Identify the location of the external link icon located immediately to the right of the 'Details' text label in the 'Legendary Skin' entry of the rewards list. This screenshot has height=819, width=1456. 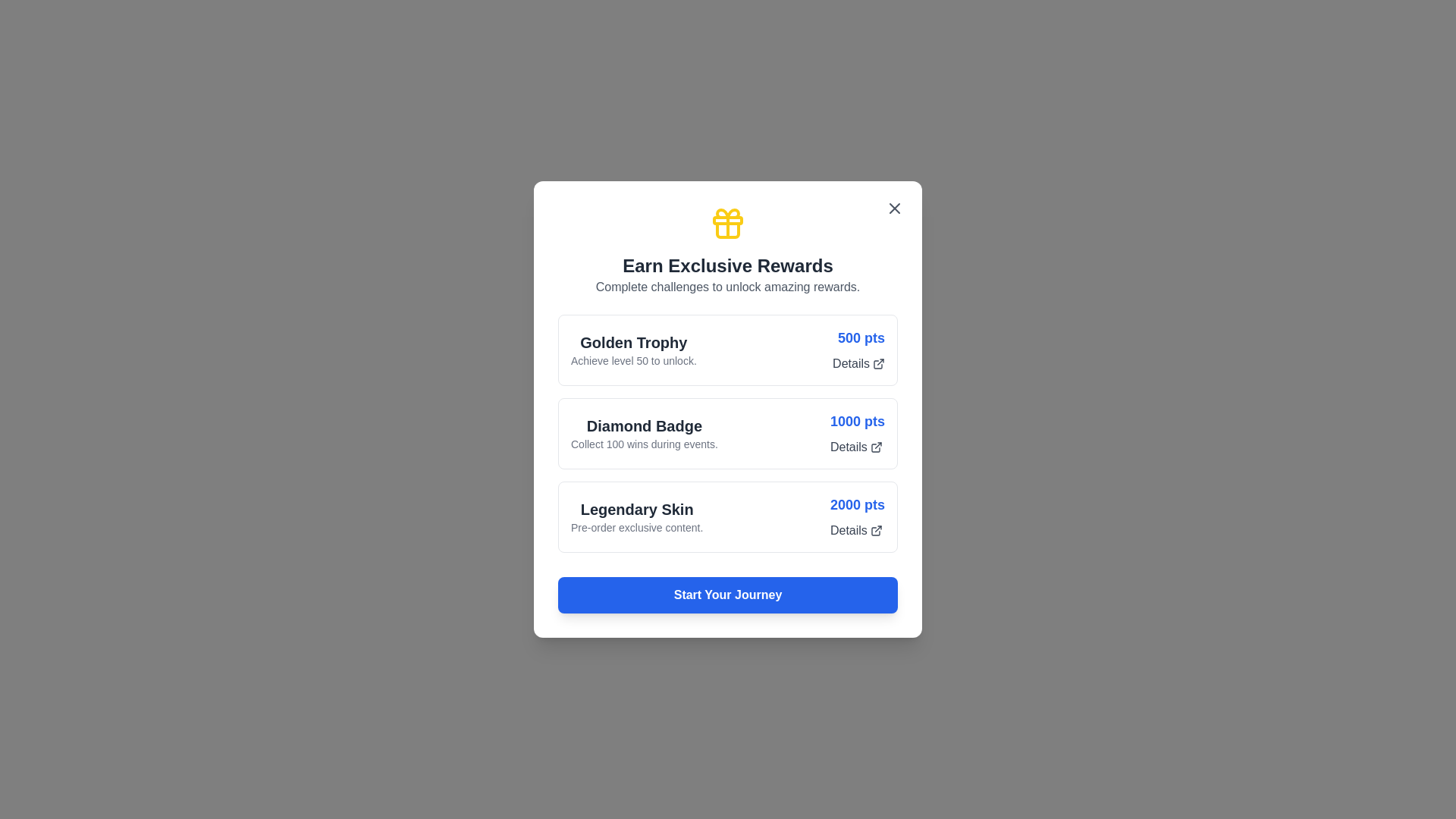
(876, 529).